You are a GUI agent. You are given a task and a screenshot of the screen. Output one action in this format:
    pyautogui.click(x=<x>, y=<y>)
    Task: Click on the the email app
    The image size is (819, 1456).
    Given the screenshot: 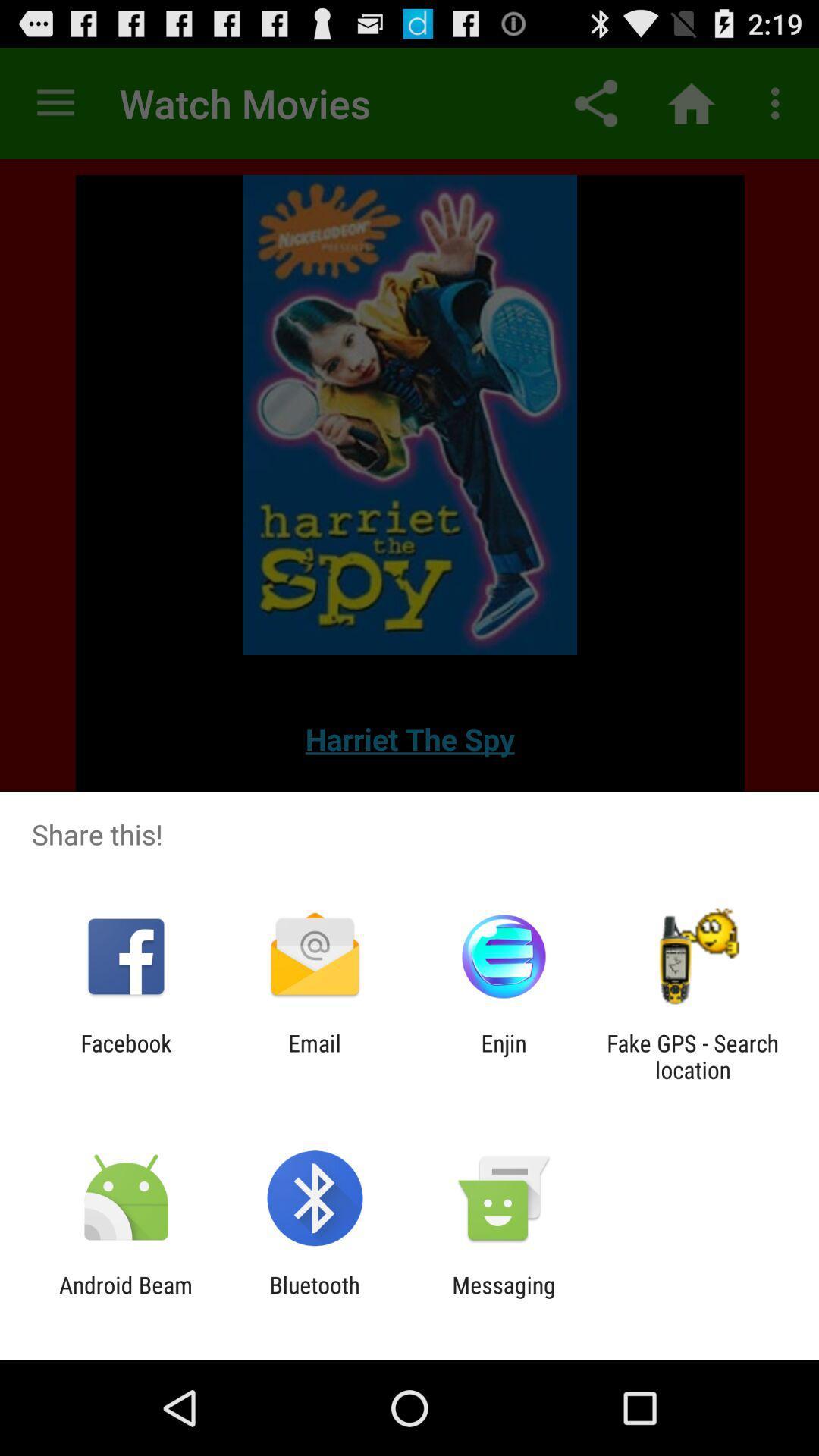 What is the action you would take?
    pyautogui.click(x=314, y=1056)
    